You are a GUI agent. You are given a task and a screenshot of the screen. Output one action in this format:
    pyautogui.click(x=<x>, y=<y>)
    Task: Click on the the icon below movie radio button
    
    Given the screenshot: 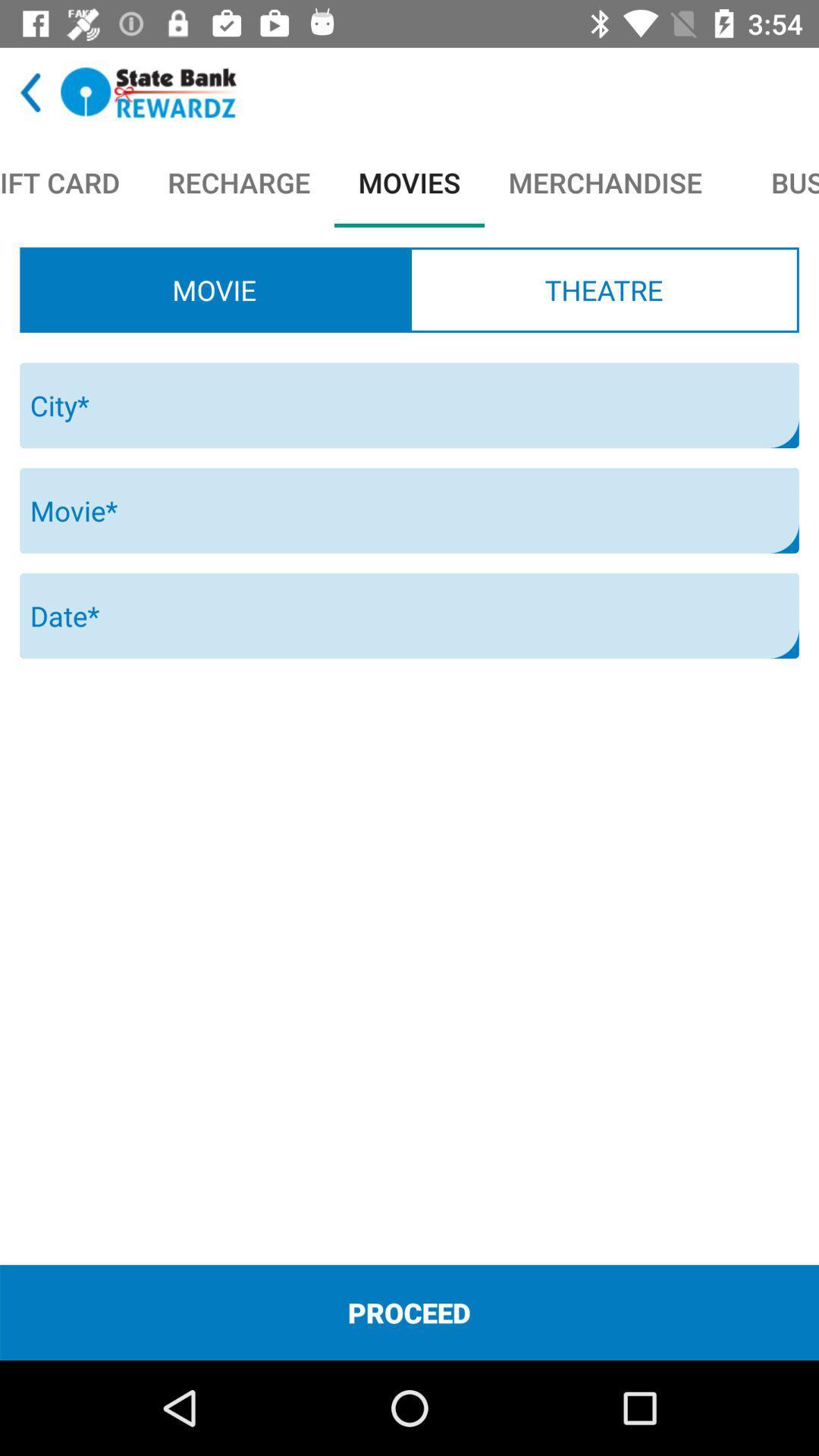 What is the action you would take?
    pyautogui.click(x=409, y=405)
    